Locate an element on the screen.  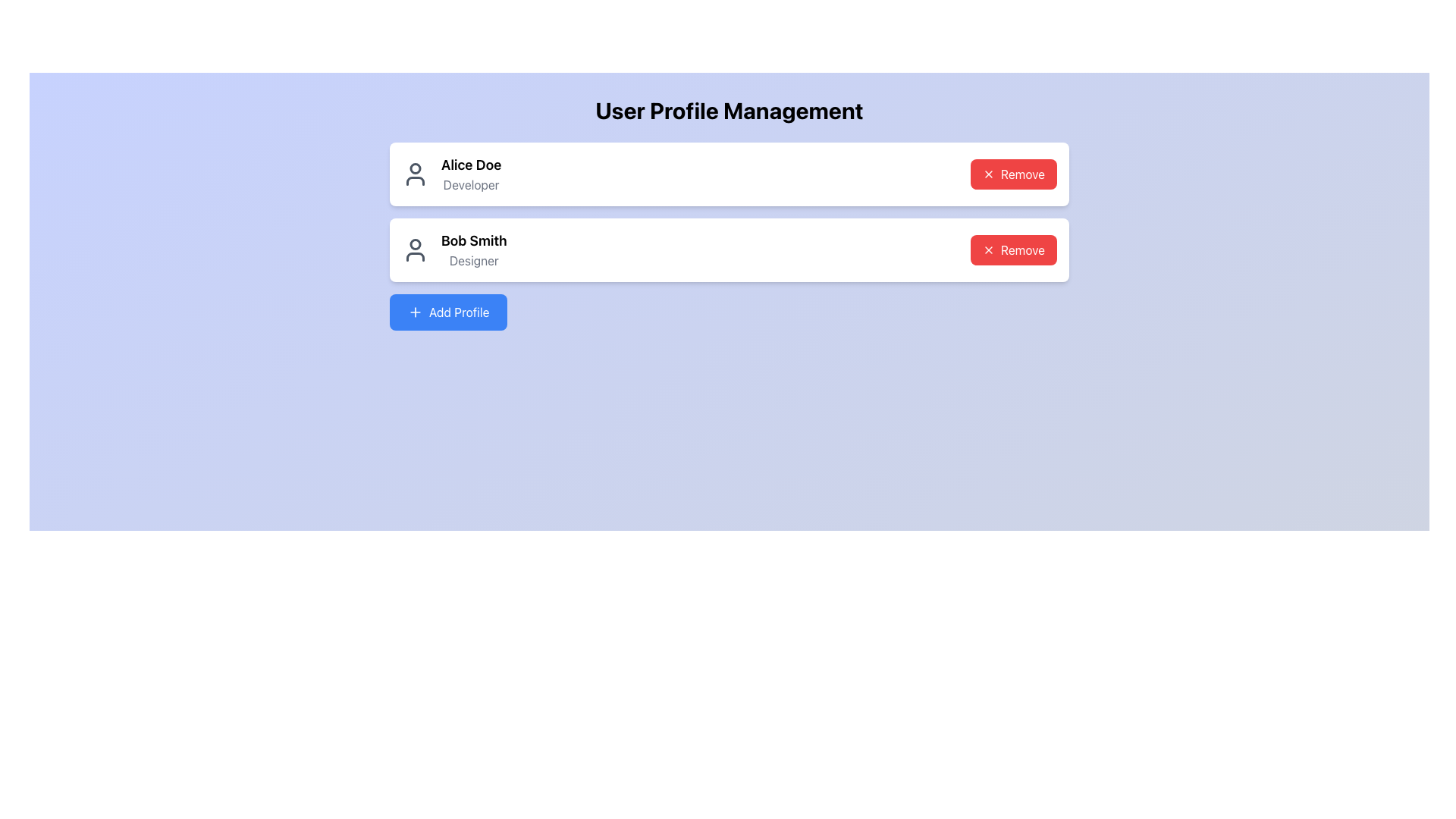
the button located in the right section of the profile card for 'Bob Smith' to initiate the removal action is located at coordinates (1012, 249).